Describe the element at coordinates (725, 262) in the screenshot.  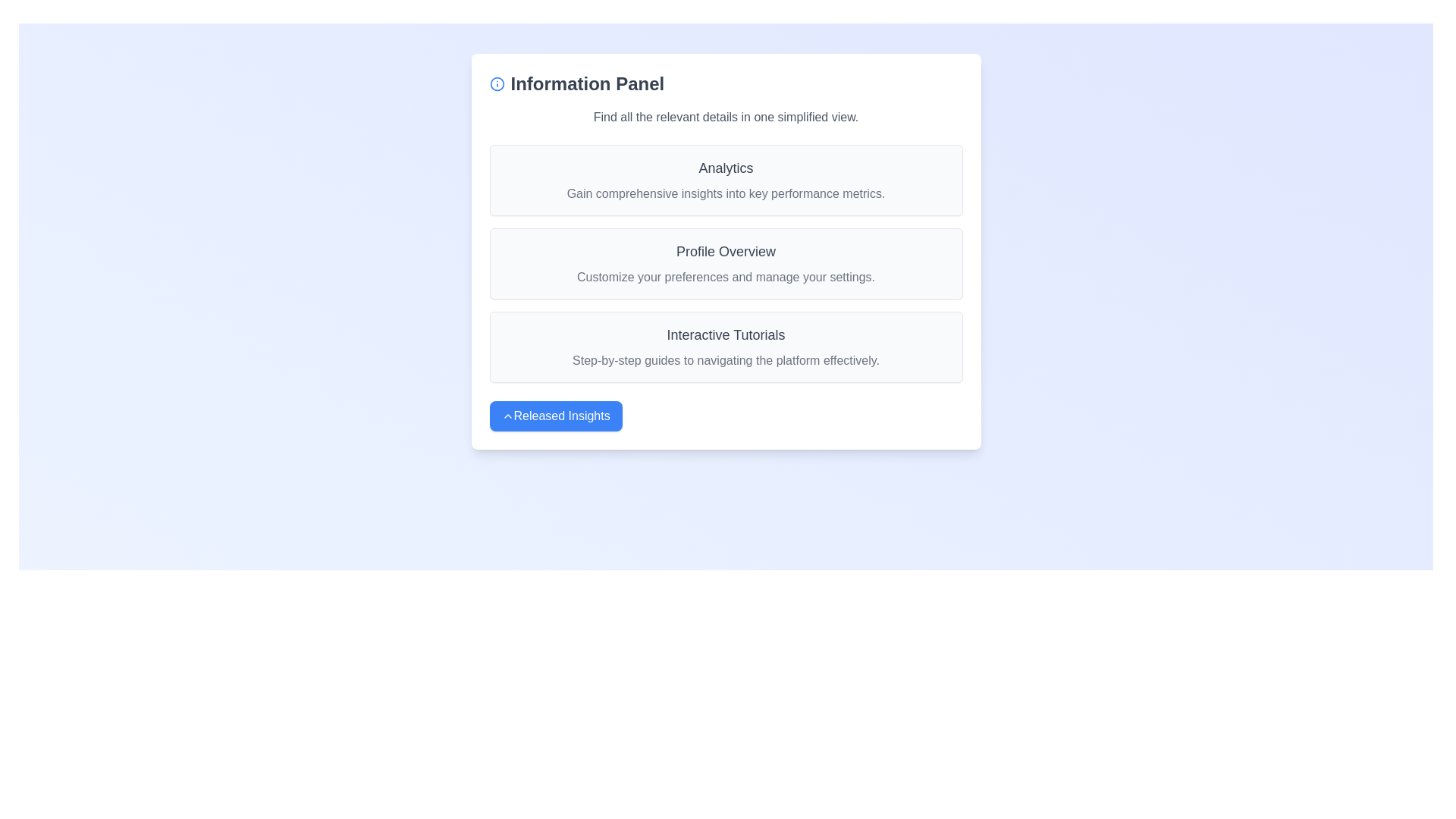
I see `the titles within the Informational Component that displays analytics insights, profile customization, and interactive tutorials, as interactive links are enabled` at that location.